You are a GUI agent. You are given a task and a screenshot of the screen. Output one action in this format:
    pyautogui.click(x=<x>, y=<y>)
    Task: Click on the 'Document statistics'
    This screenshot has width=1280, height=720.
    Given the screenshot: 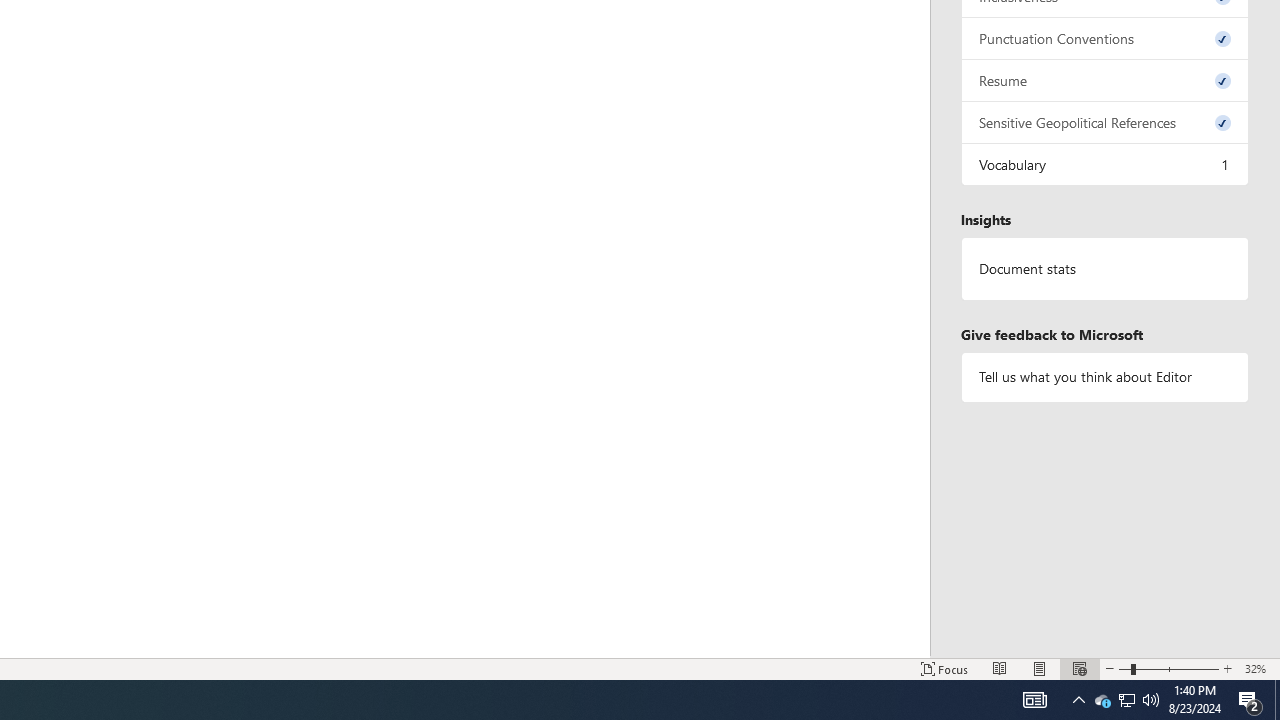 What is the action you would take?
    pyautogui.click(x=1104, y=268)
    